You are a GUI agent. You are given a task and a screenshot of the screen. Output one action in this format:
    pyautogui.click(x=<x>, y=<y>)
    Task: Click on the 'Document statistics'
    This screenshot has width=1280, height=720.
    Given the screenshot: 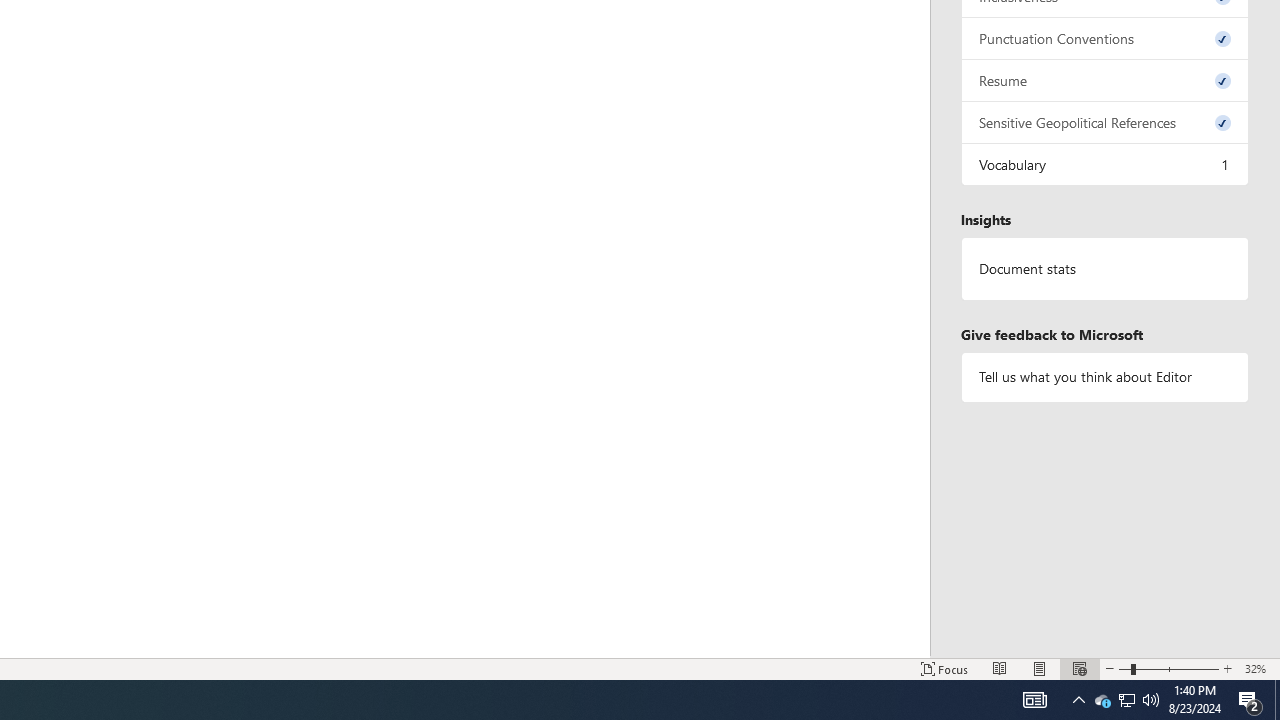 What is the action you would take?
    pyautogui.click(x=1104, y=268)
    